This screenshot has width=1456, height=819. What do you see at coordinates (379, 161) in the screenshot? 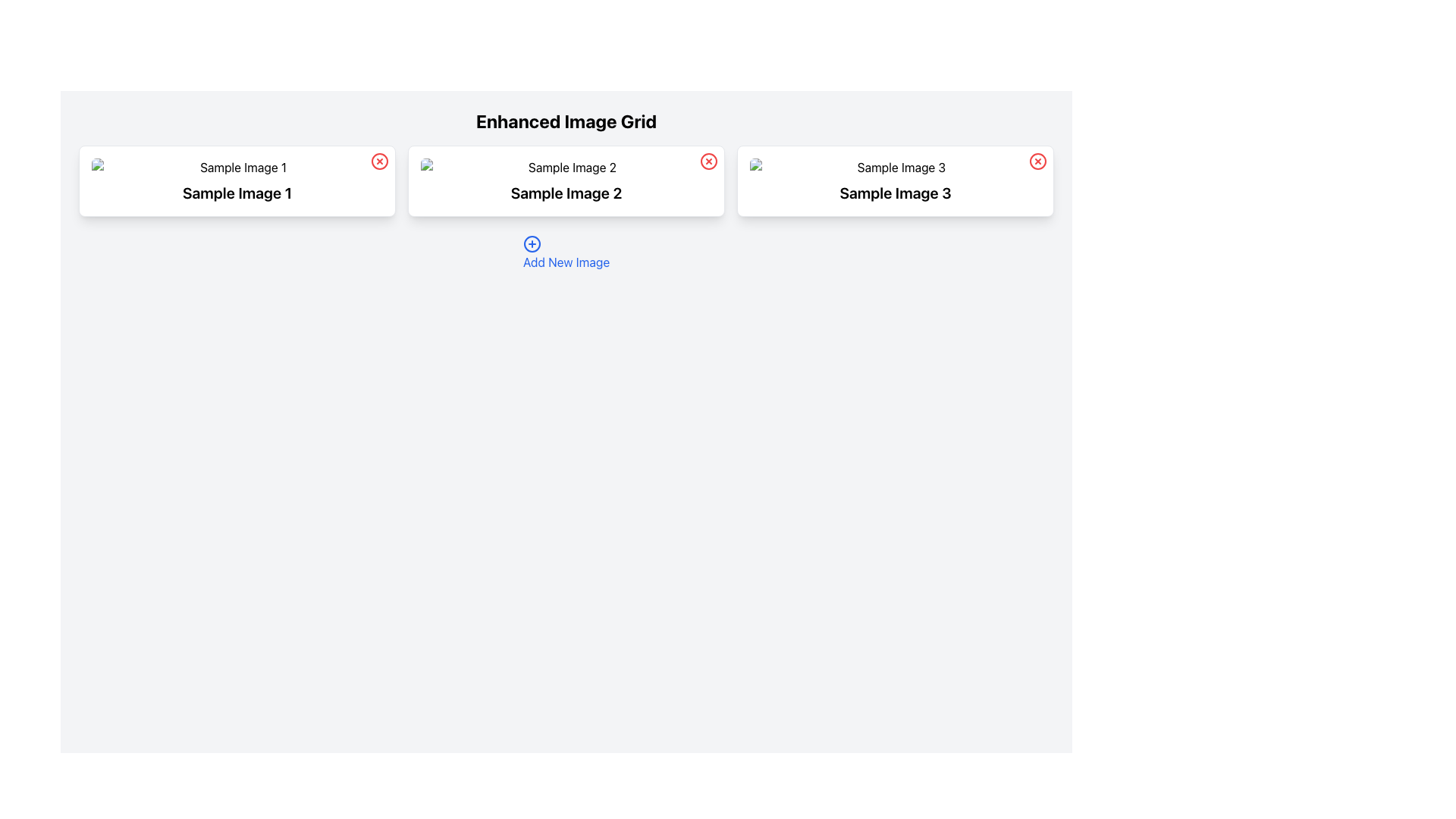
I see `the 'delete' button located at the top-right corner of the card titled 'Sample Image 1'` at bounding box center [379, 161].